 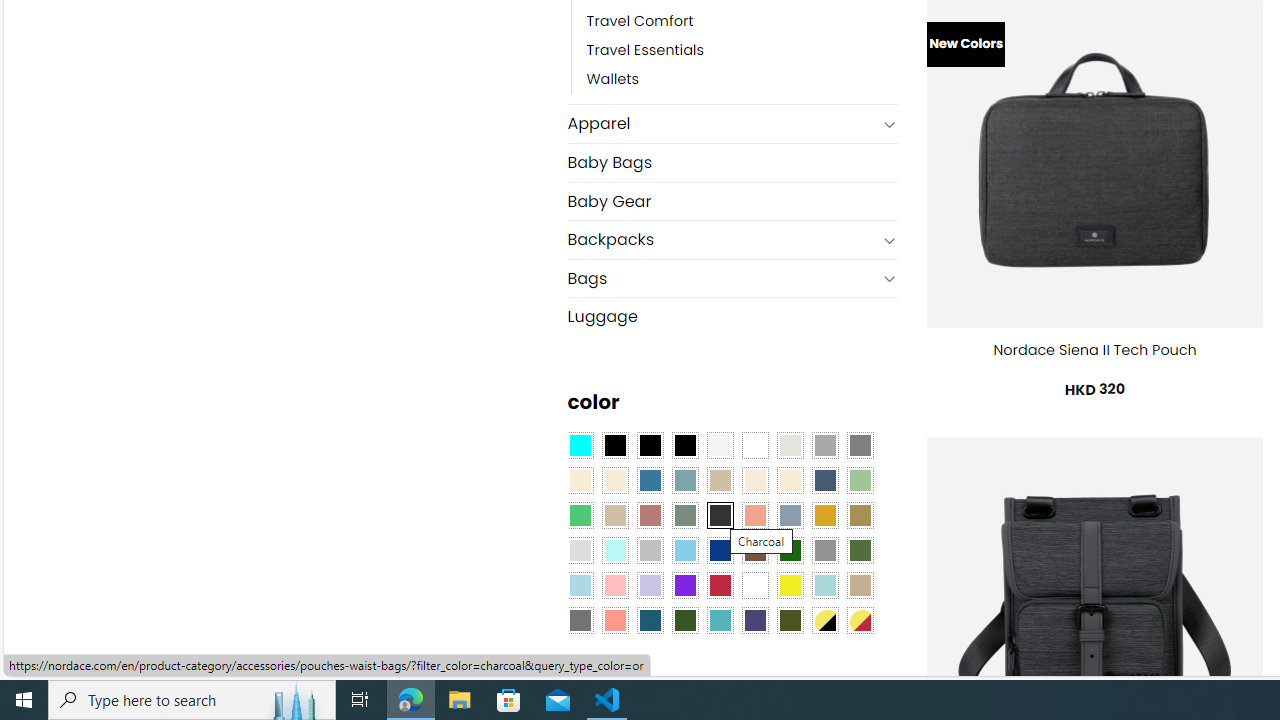 I want to click on 'Green', so click(x=860, y=550).